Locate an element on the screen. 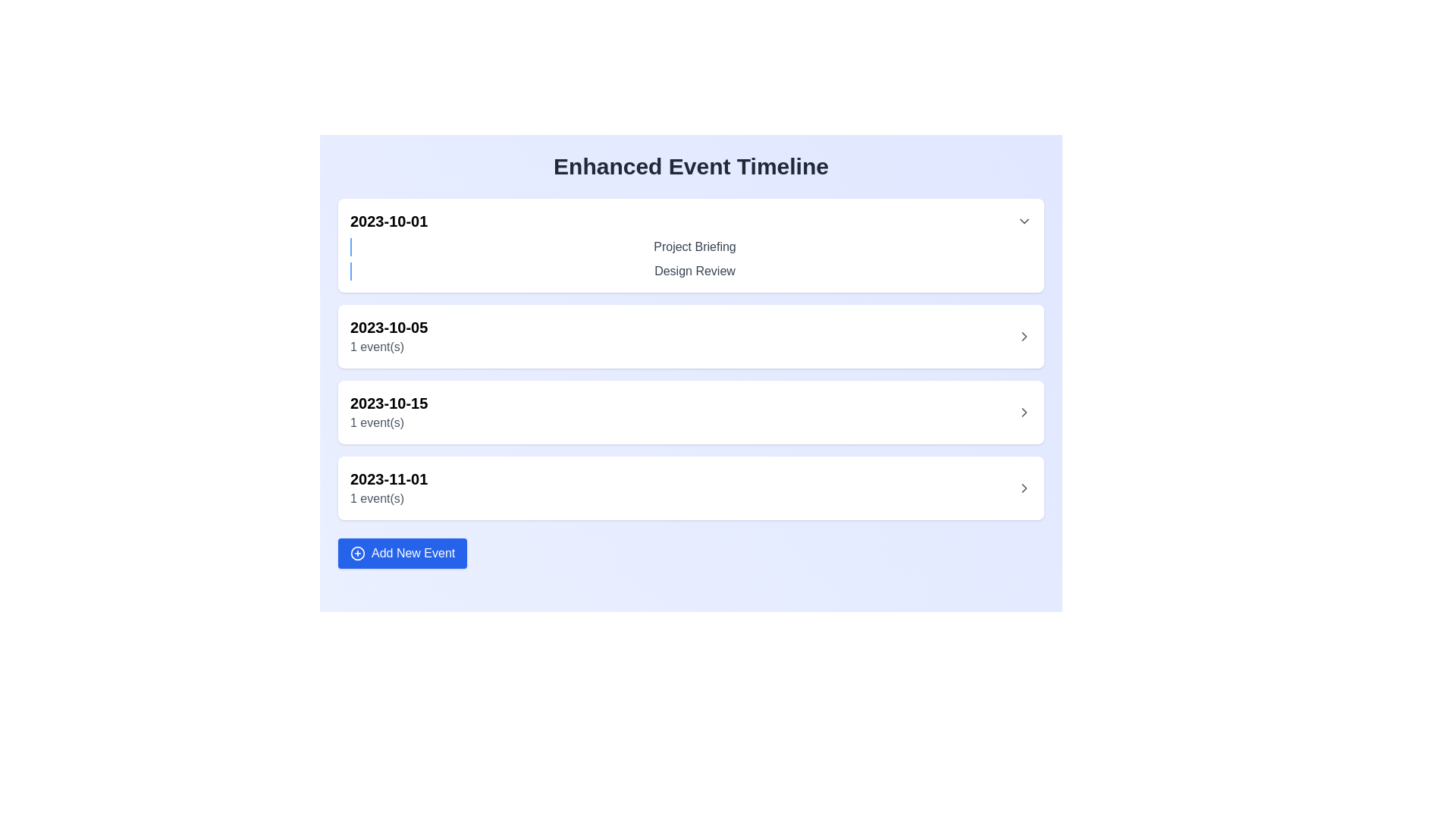 The width and height of the screenshot is (1456, 819). the right-facing chevron icon styled in gray, located at the far right side of the list item for the date '2023-11-01' is located at coordinates (1024, 488).